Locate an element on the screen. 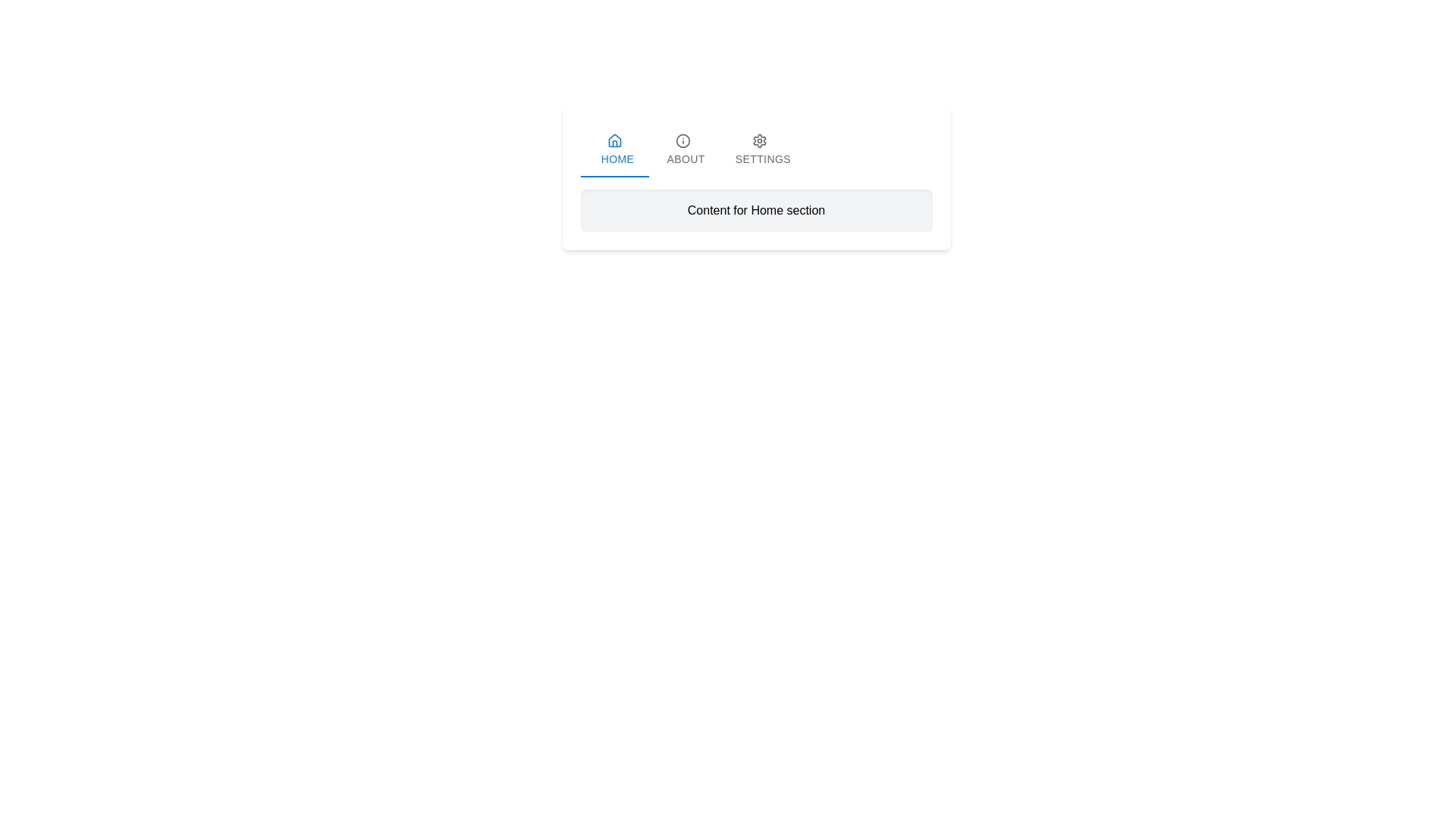 The height and width of the screenshot is (819, 1456). the SVG circle element that distinguishes the 'ABOUT' tab in the navigation menu is located at coordinates (682, 141).